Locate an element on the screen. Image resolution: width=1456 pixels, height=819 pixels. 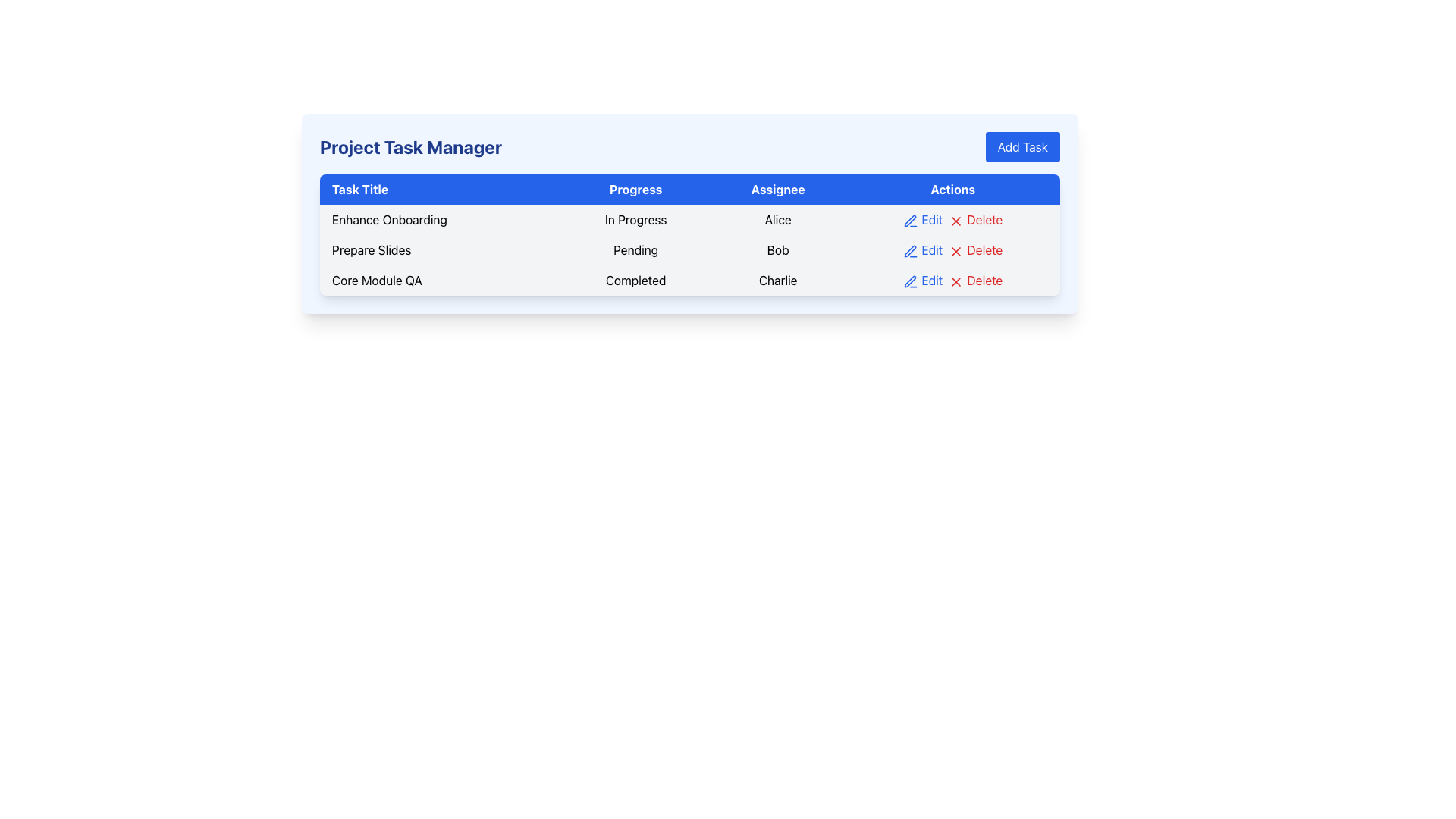
the text label element containing the string 'Bob' in the 'Assignee' column of the task management interface is located at coordinates (778, 249).